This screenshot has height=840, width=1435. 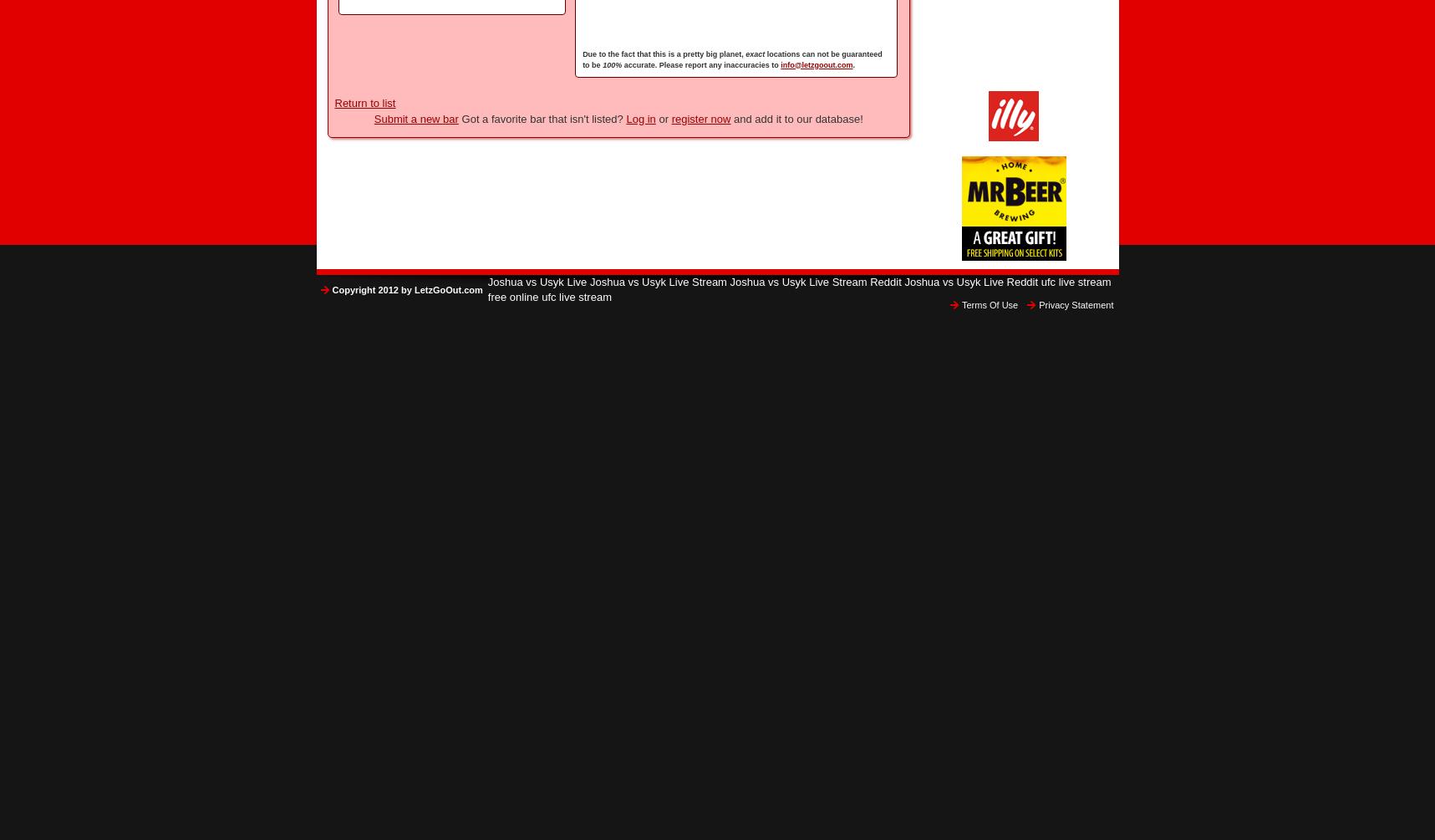 What do you see at coordinates (662, 118) in the screenshot?
I see `'or'` at bounding box center [662, 118].